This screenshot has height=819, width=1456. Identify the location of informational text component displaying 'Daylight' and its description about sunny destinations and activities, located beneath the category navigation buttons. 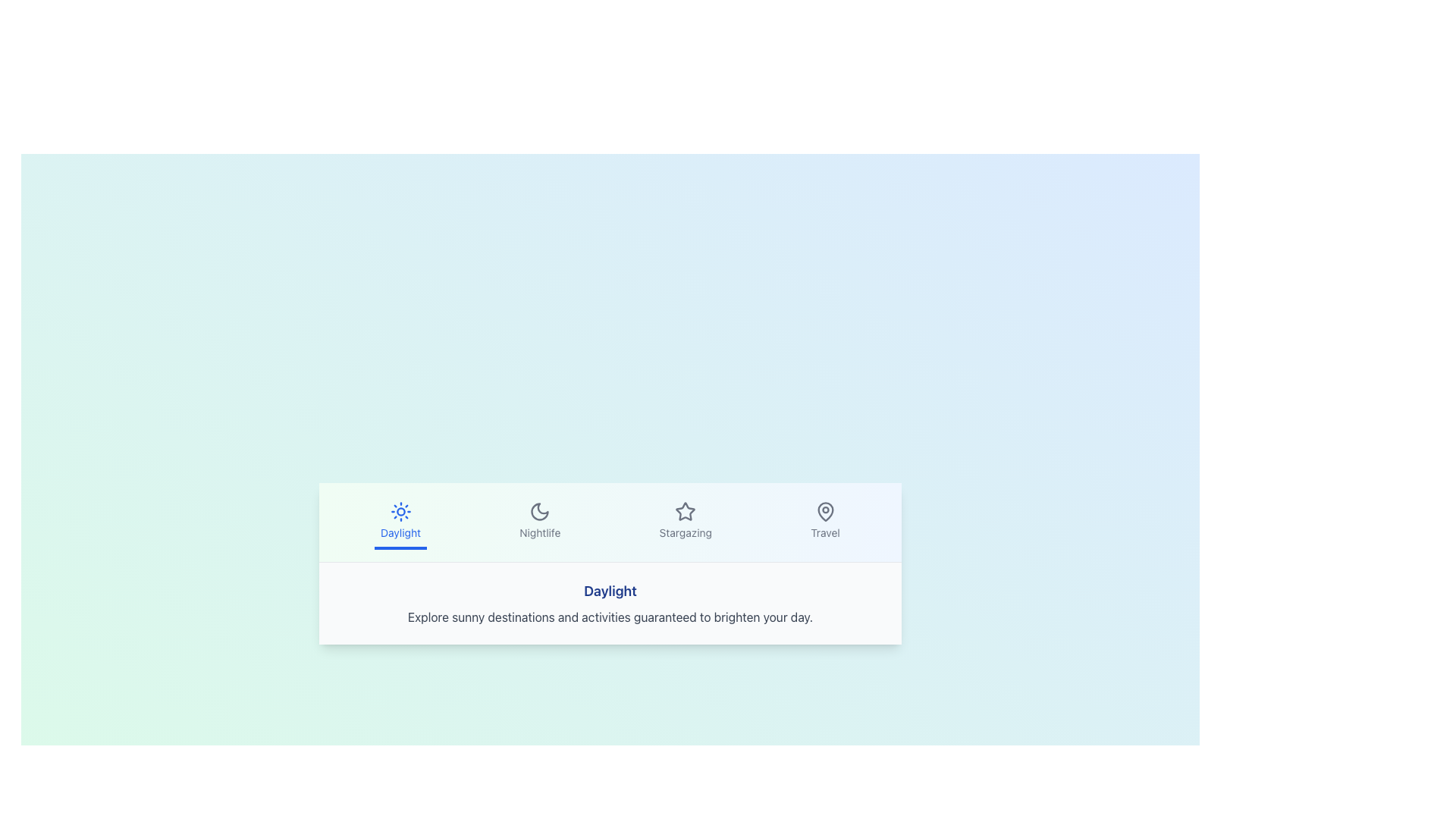
(610, 602).